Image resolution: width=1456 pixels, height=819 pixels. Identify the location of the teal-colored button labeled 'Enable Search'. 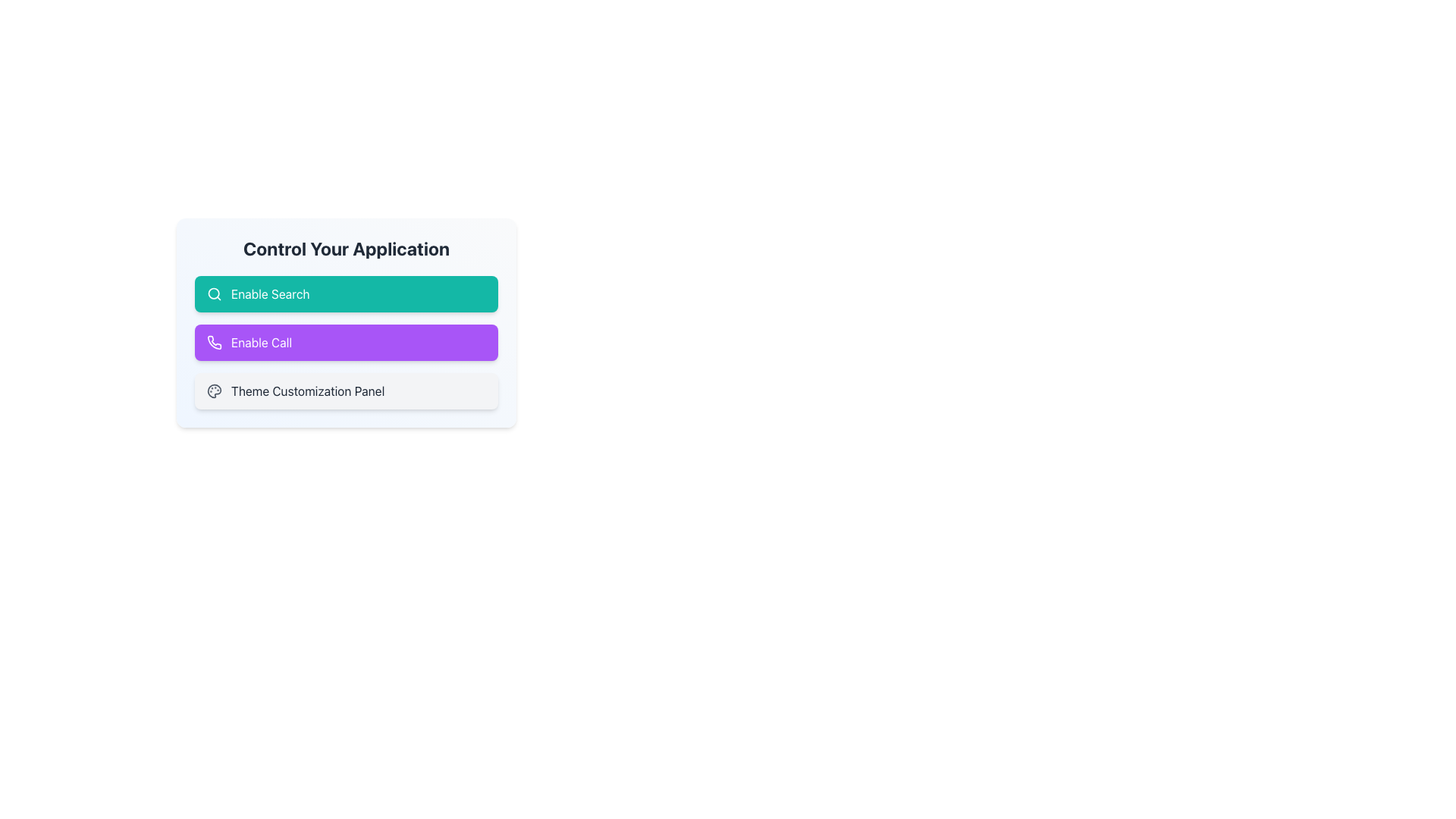
(345, 294).